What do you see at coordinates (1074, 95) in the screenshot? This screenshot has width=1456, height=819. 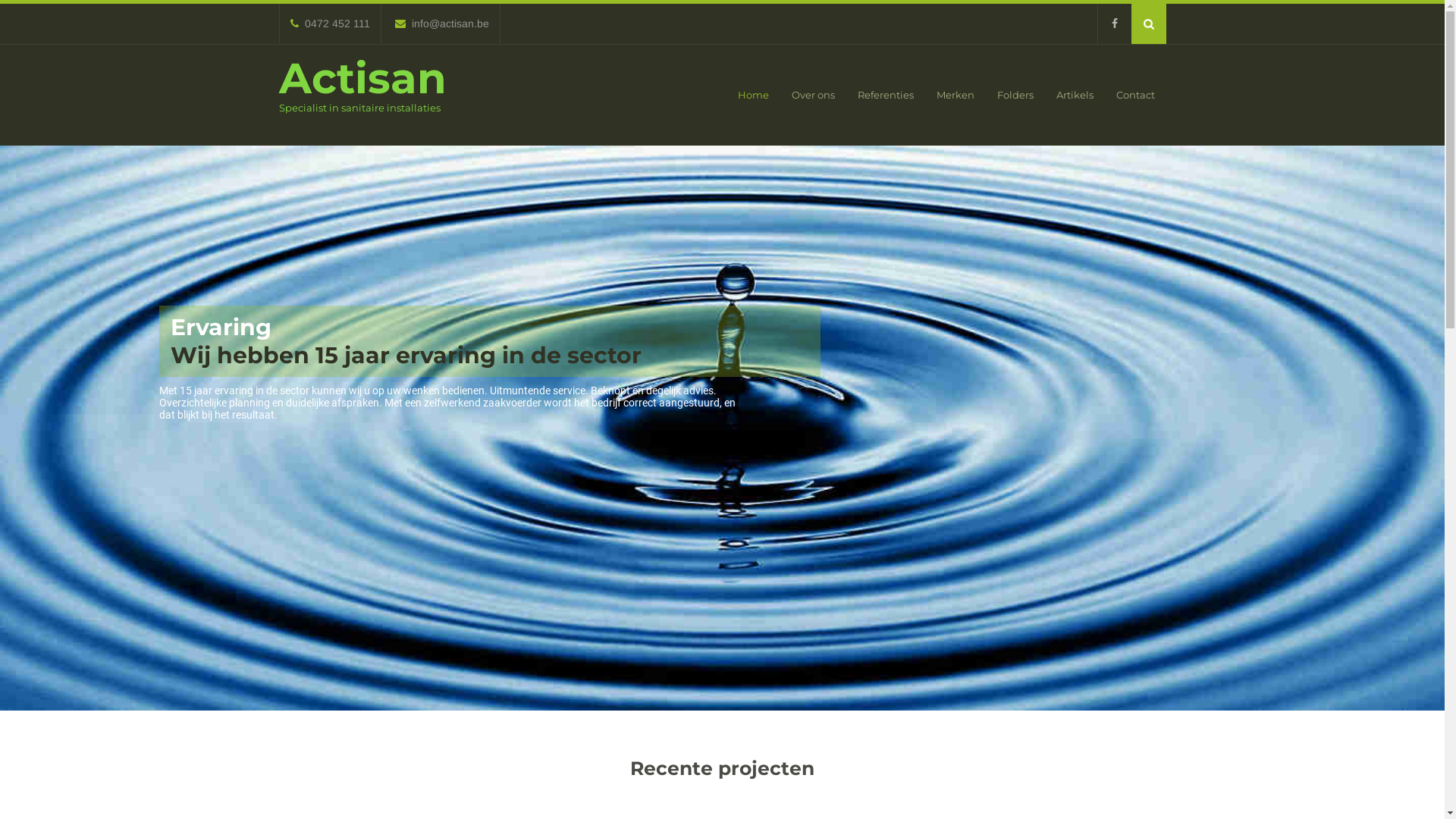 I see `'Artikels'` at bounding box center [1074, 95].